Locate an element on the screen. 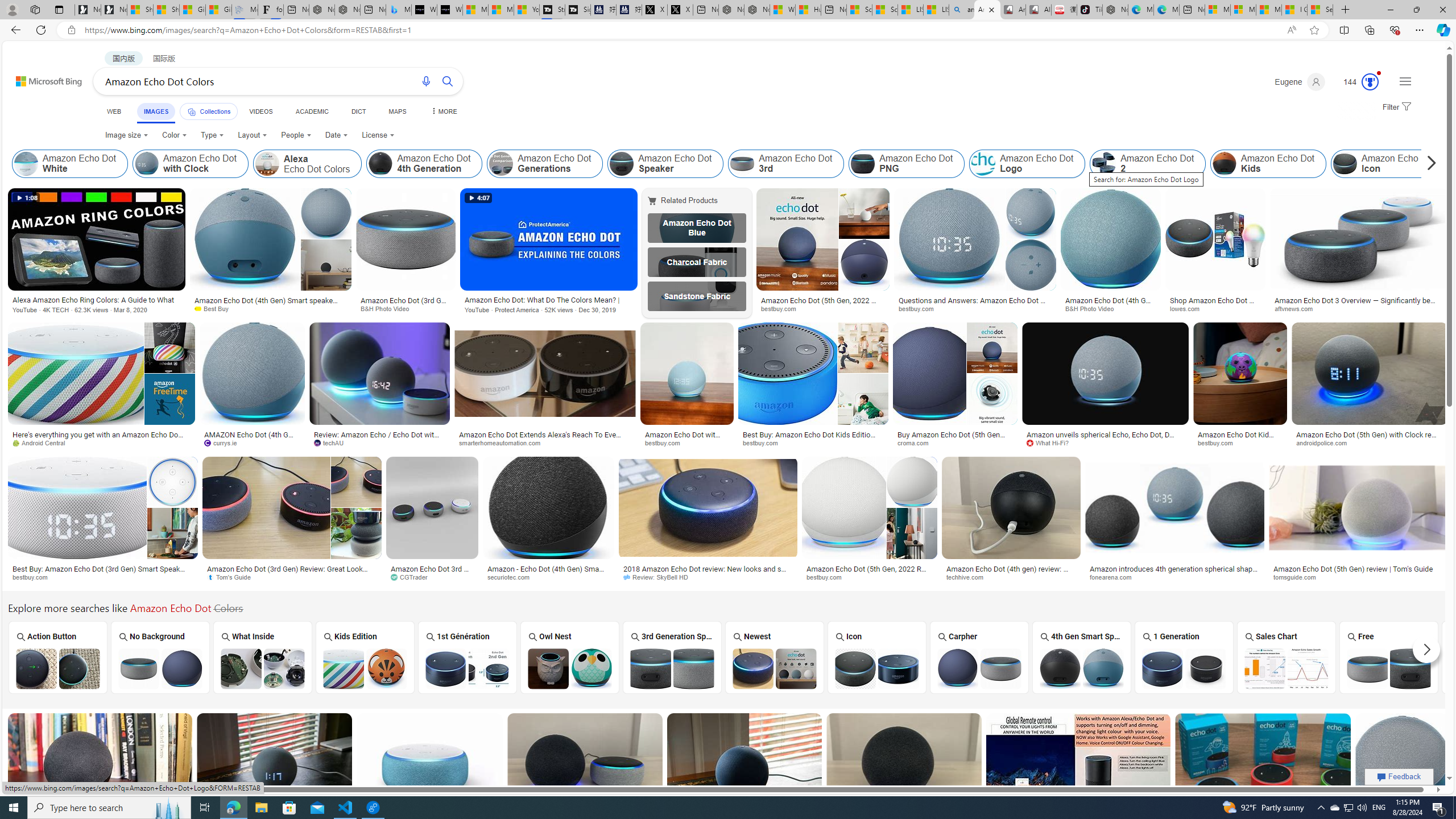 This screenshot has height=819, width=1456. 'Back to Bing search' is located at coordinates (42, 78).